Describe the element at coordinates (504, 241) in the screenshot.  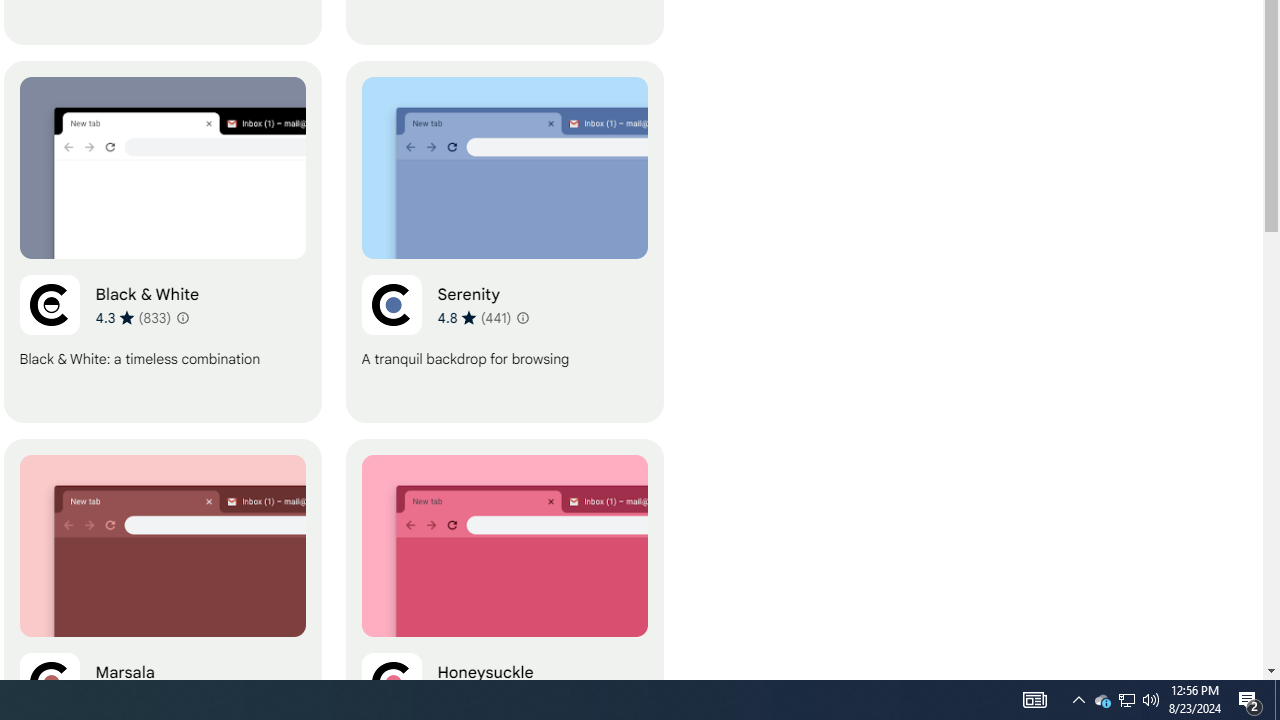
I see `'Serenity'` at that location.